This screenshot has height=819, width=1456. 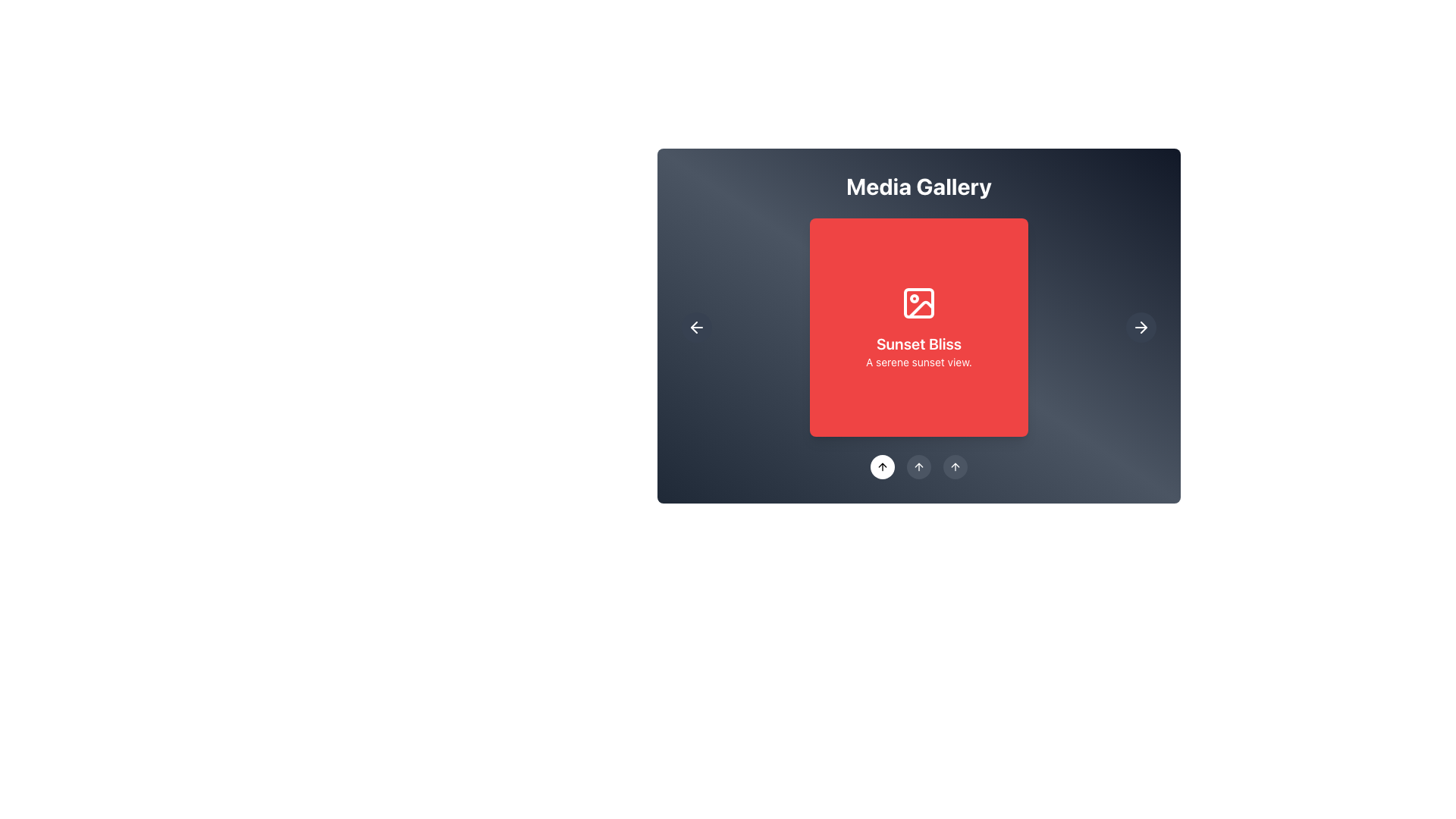 I want to click on the navigational arrow icon button located at the bottom-right section of the UI to scroll upwards in the media gallery, so click(x=918, y=466).